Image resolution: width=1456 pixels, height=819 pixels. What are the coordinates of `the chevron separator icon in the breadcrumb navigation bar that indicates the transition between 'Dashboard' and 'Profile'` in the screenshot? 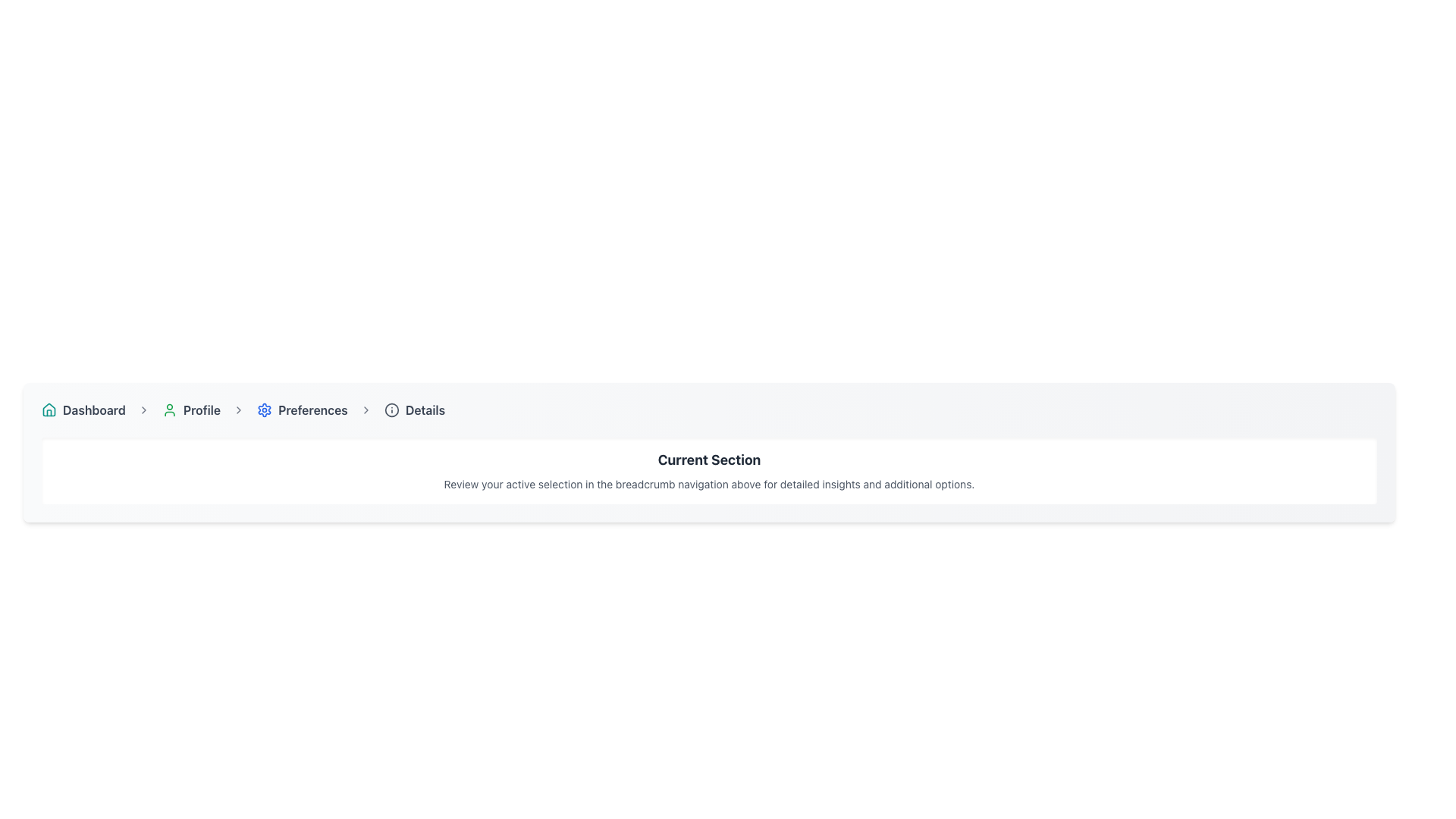 It's located at (143, 409).